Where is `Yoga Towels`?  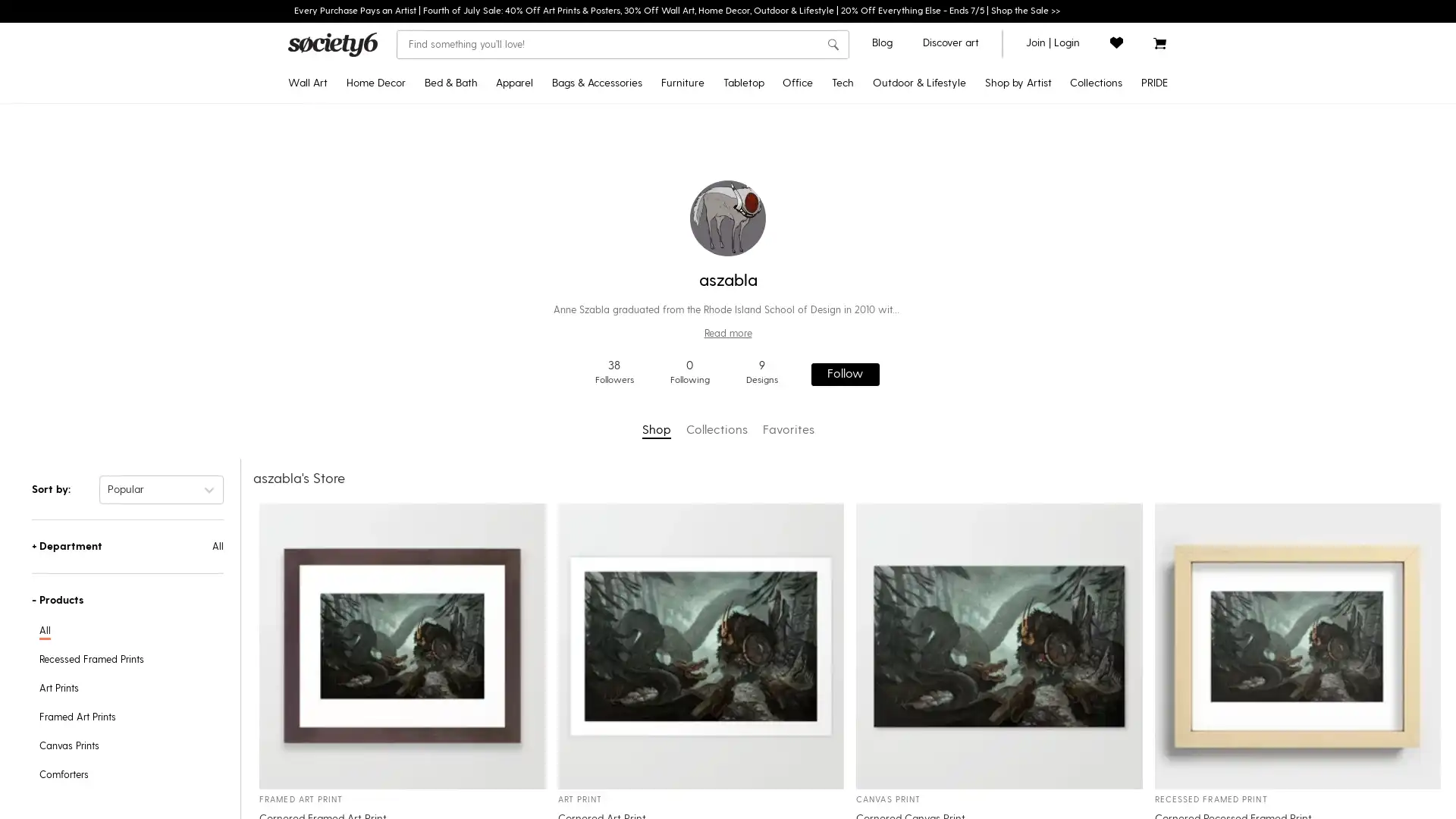
Yoga Towels is located at coordinates (939, 171).